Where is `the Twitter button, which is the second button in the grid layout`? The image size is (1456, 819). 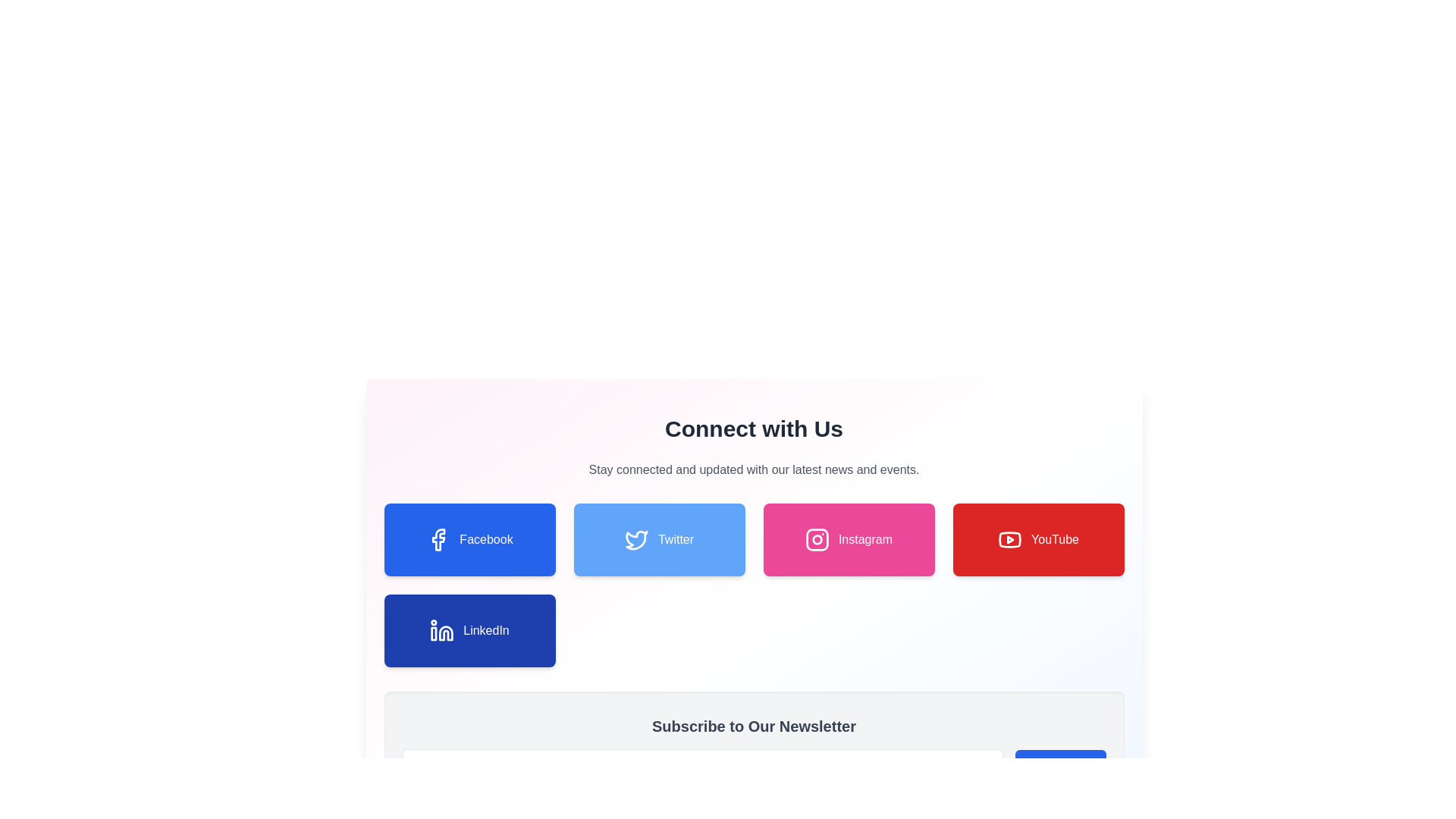 the Twitter button, which is the second button in the grid layout is located at coordinates (659, 539).